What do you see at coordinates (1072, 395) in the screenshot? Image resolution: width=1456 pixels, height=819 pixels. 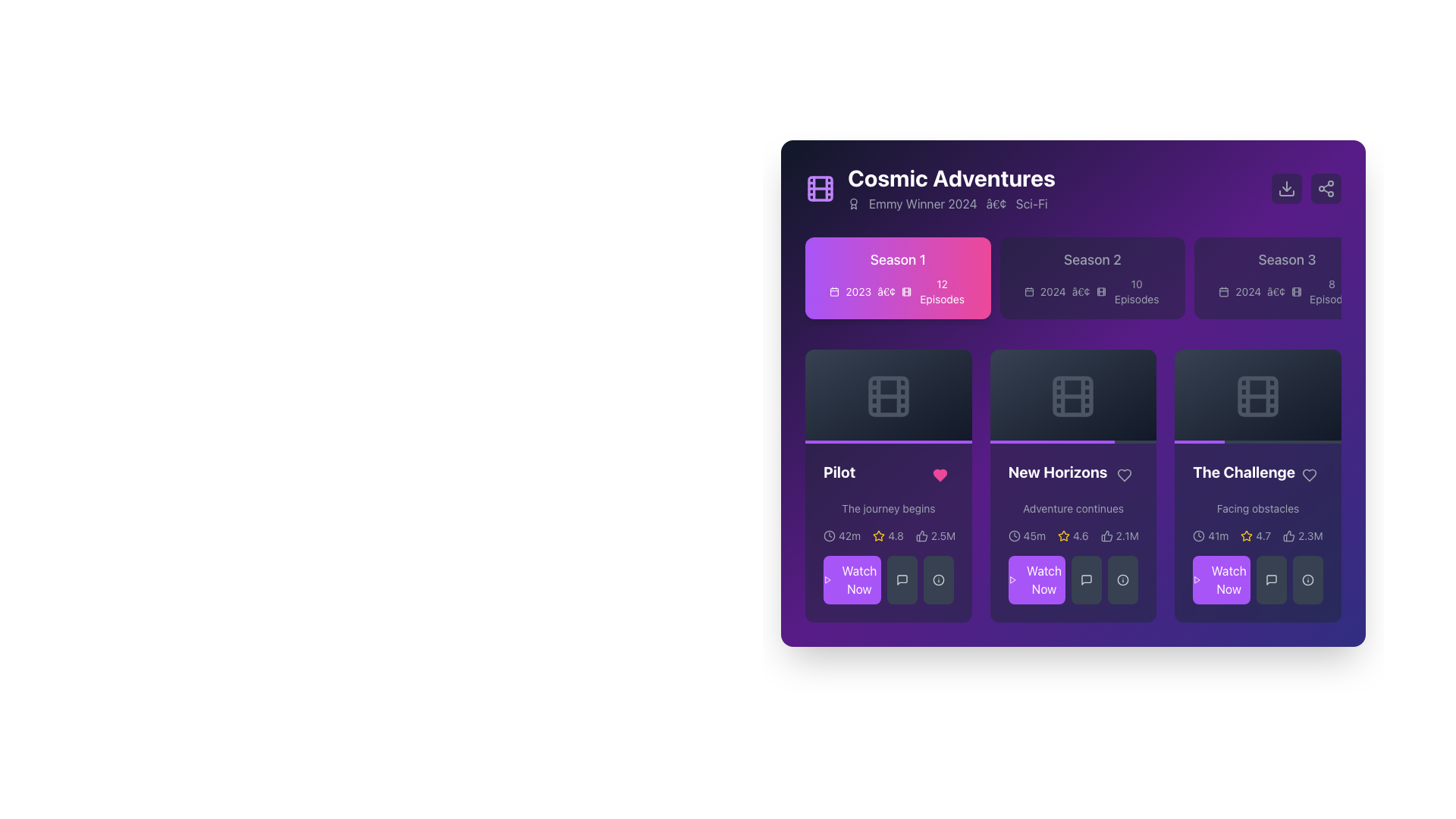 I see `the icon representing the media item titled 'New Horizons' located in the center of the second card in the second row of the interface` at bounding box center [1072, 395].